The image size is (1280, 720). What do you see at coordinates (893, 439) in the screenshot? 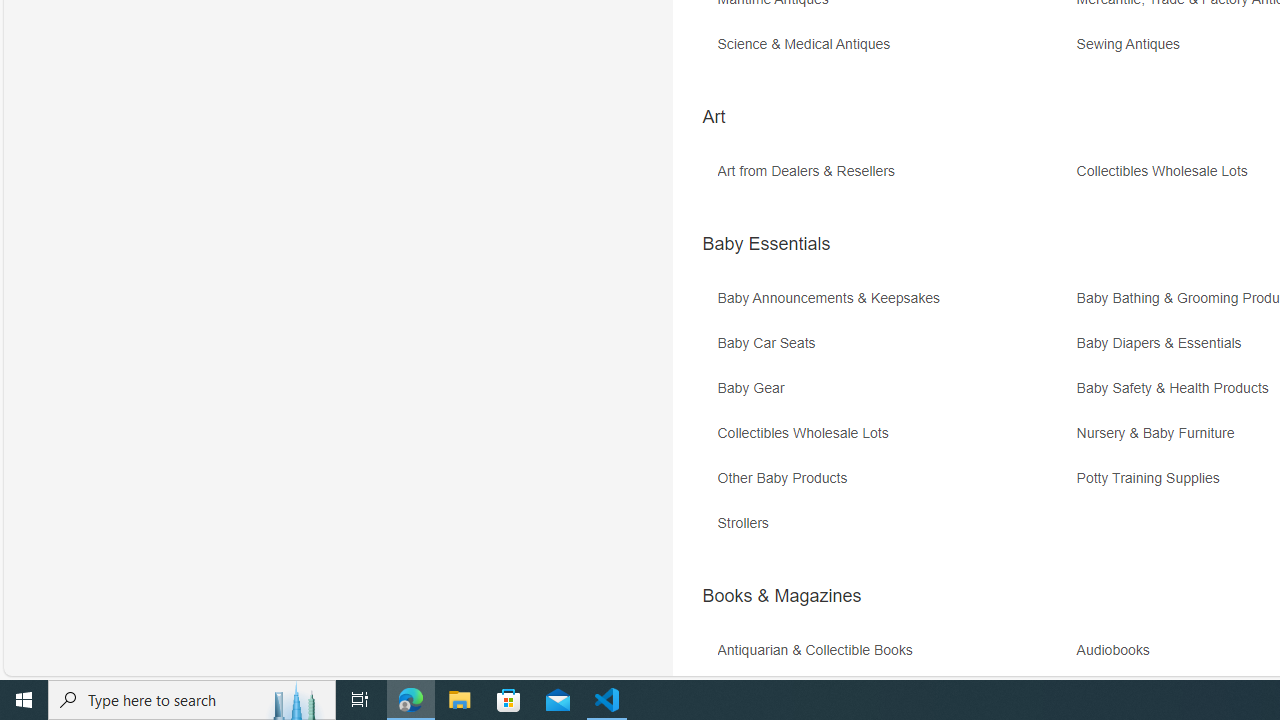
I see `'Collectibles Wholesale Lots'` at bounding box center [893, 439].